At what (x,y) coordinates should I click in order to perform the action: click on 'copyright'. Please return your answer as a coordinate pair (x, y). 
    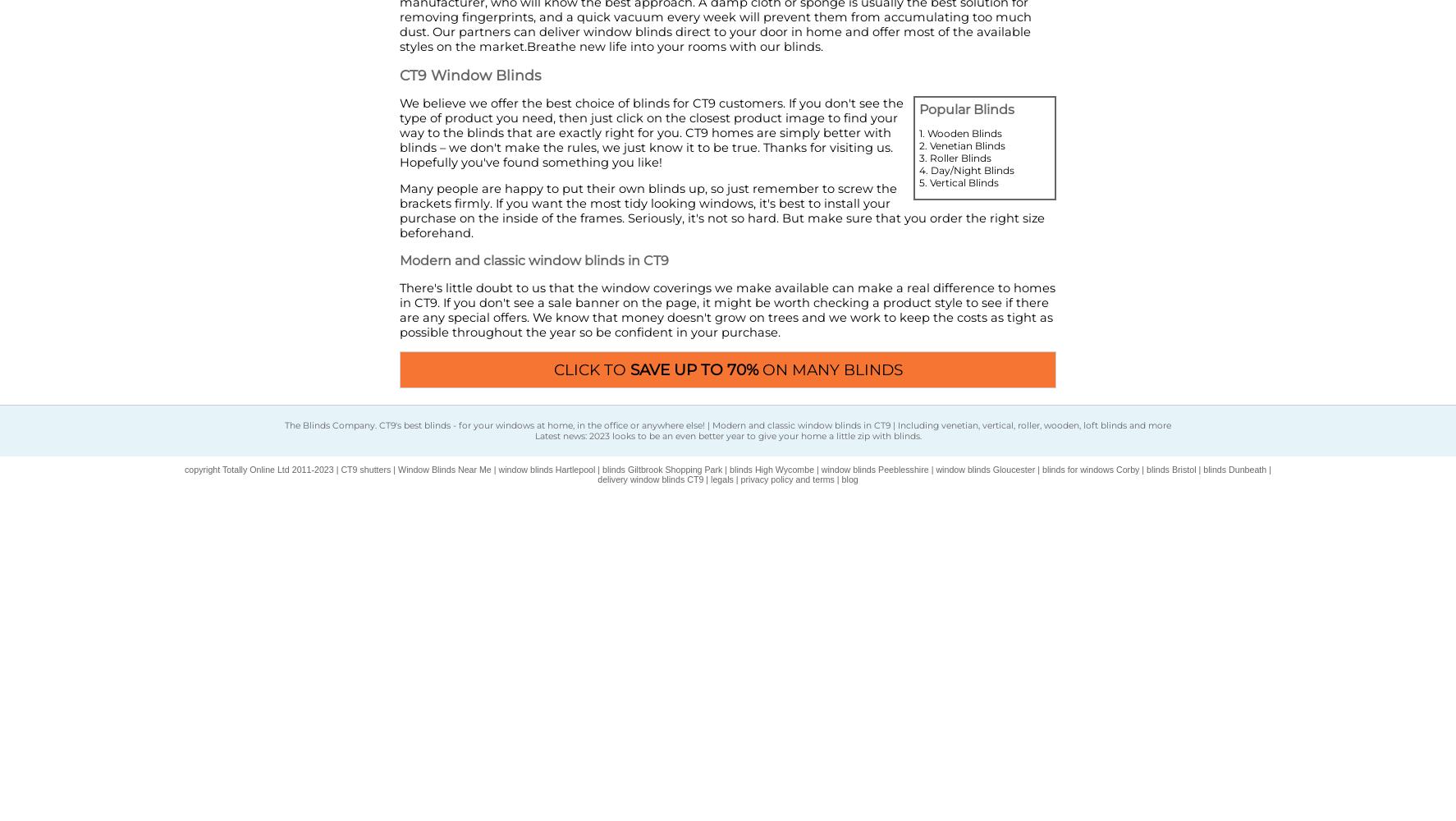
    Looking at the image, I should click on (203, 468).